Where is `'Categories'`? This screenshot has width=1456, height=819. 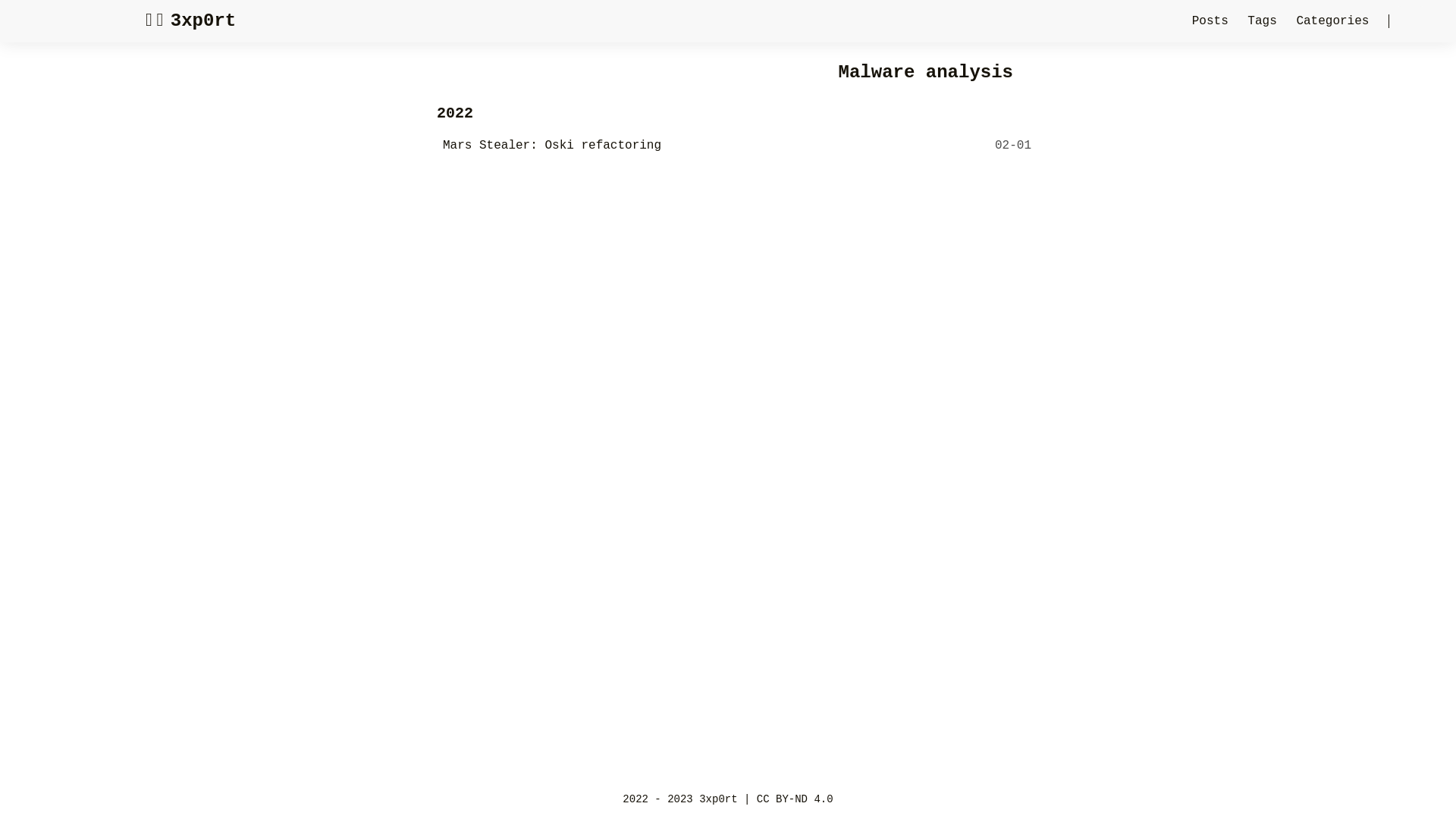 'Categories' is located at coordinates (1294, 20).